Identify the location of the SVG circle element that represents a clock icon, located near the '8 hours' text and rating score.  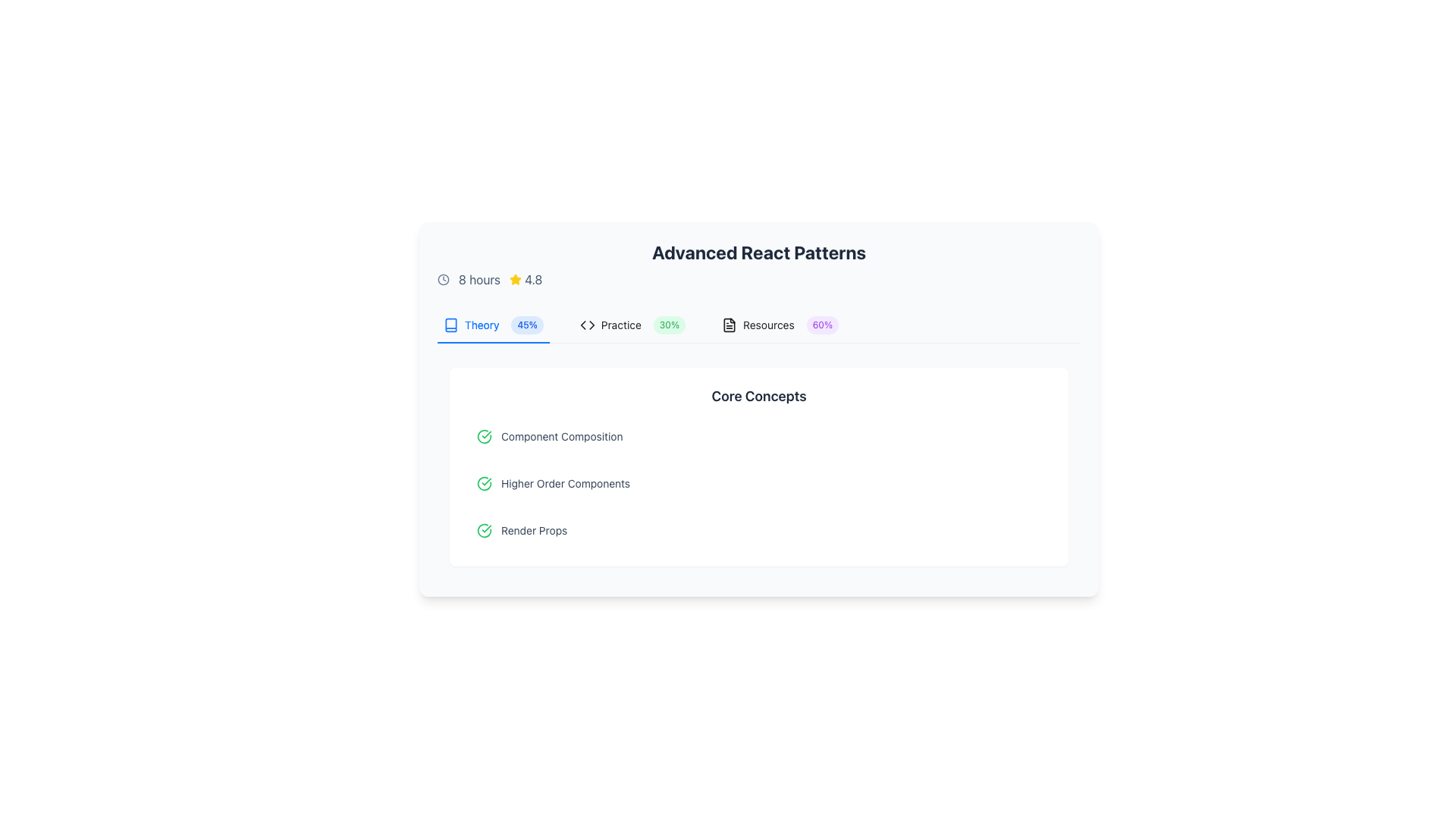
(443, 280).